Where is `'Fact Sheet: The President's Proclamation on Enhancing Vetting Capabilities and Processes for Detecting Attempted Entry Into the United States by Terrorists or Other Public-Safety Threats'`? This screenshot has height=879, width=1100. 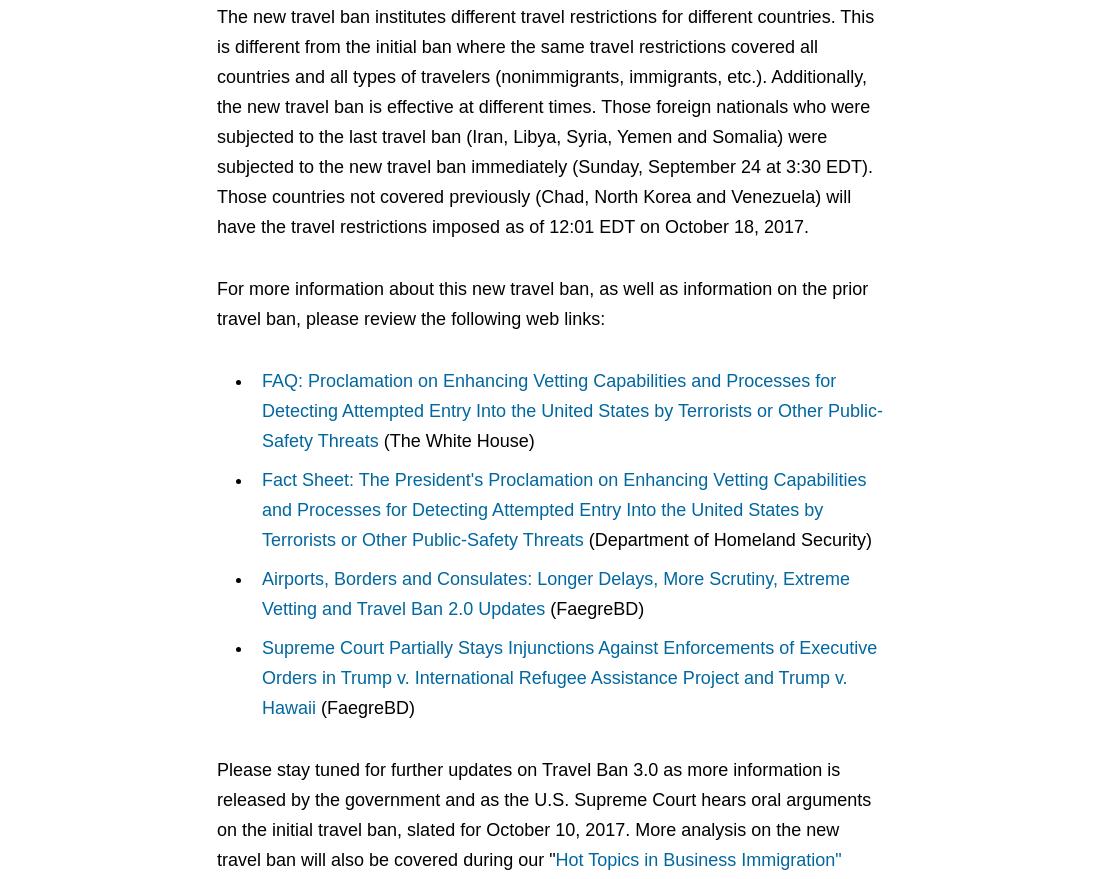
'Fact Sheet: The President's Proclamation on Enhancing Vetting Capabilities and Processes for Detecting Attempted Entry Into the United States by Terrorists or Other Public-Safety Threats' is located at coordinates (262, 508).